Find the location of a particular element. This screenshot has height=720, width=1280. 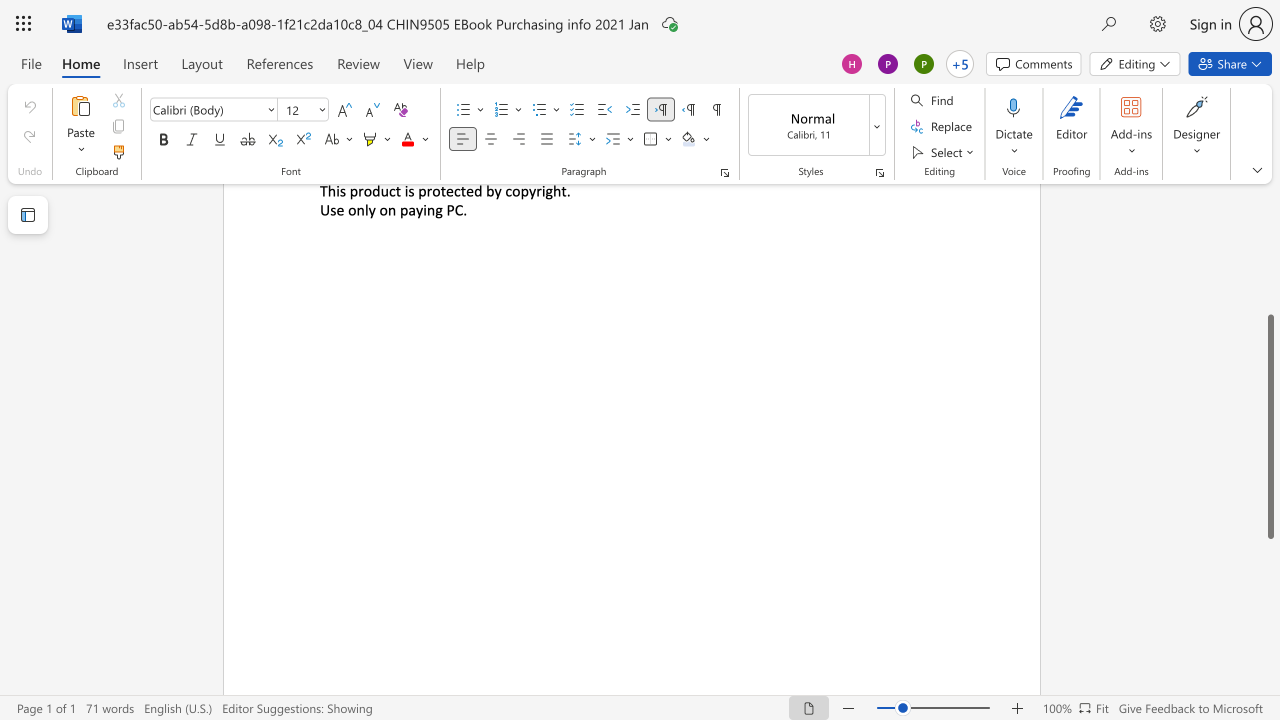

the scrollbar and move down 20 pixels is located at coordinates (1269, 426).